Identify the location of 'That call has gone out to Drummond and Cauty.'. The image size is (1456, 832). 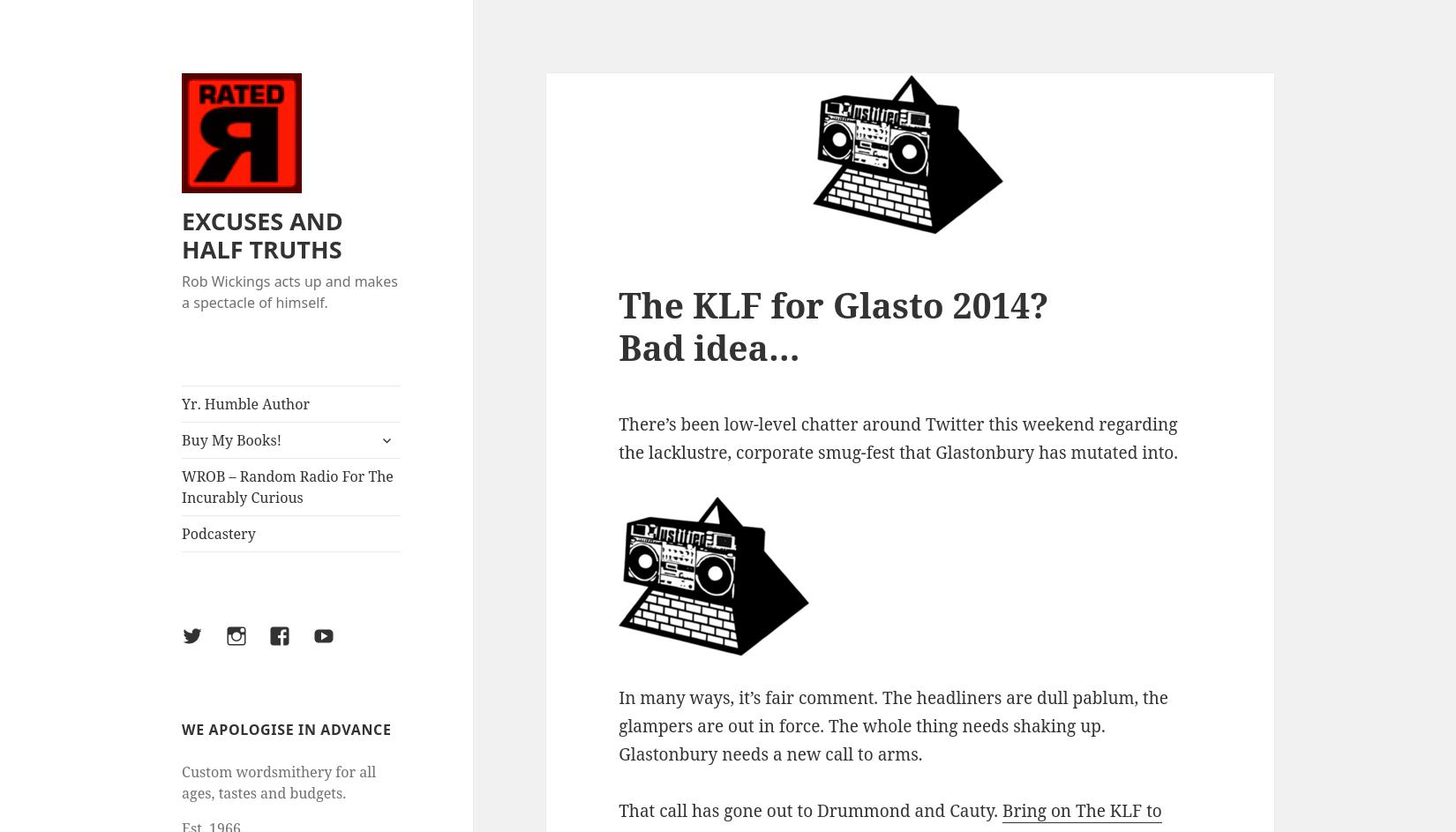
(810, 809).